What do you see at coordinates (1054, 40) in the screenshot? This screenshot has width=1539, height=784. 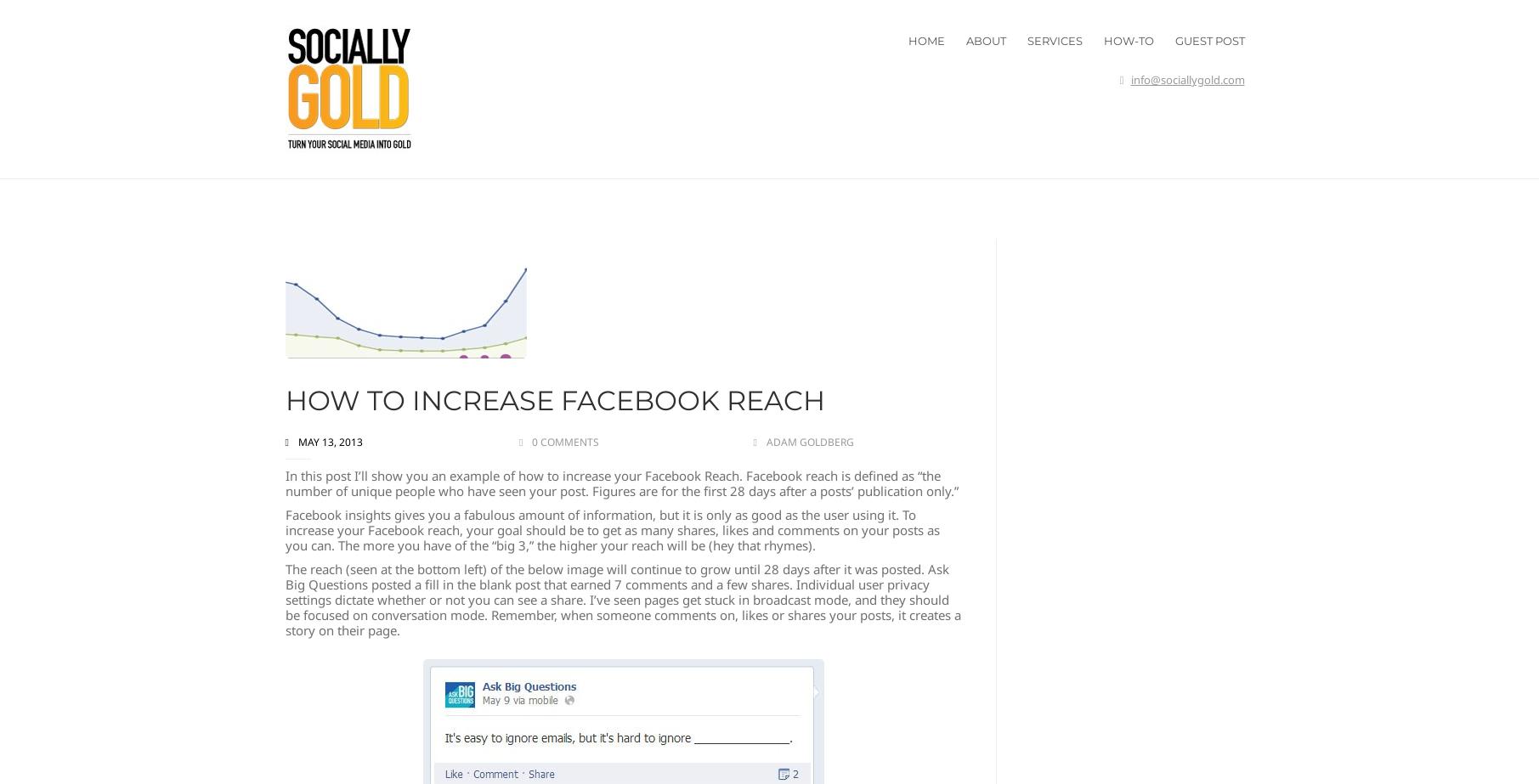 I see `'SERVICES'` at bounding box center [1054, 40].